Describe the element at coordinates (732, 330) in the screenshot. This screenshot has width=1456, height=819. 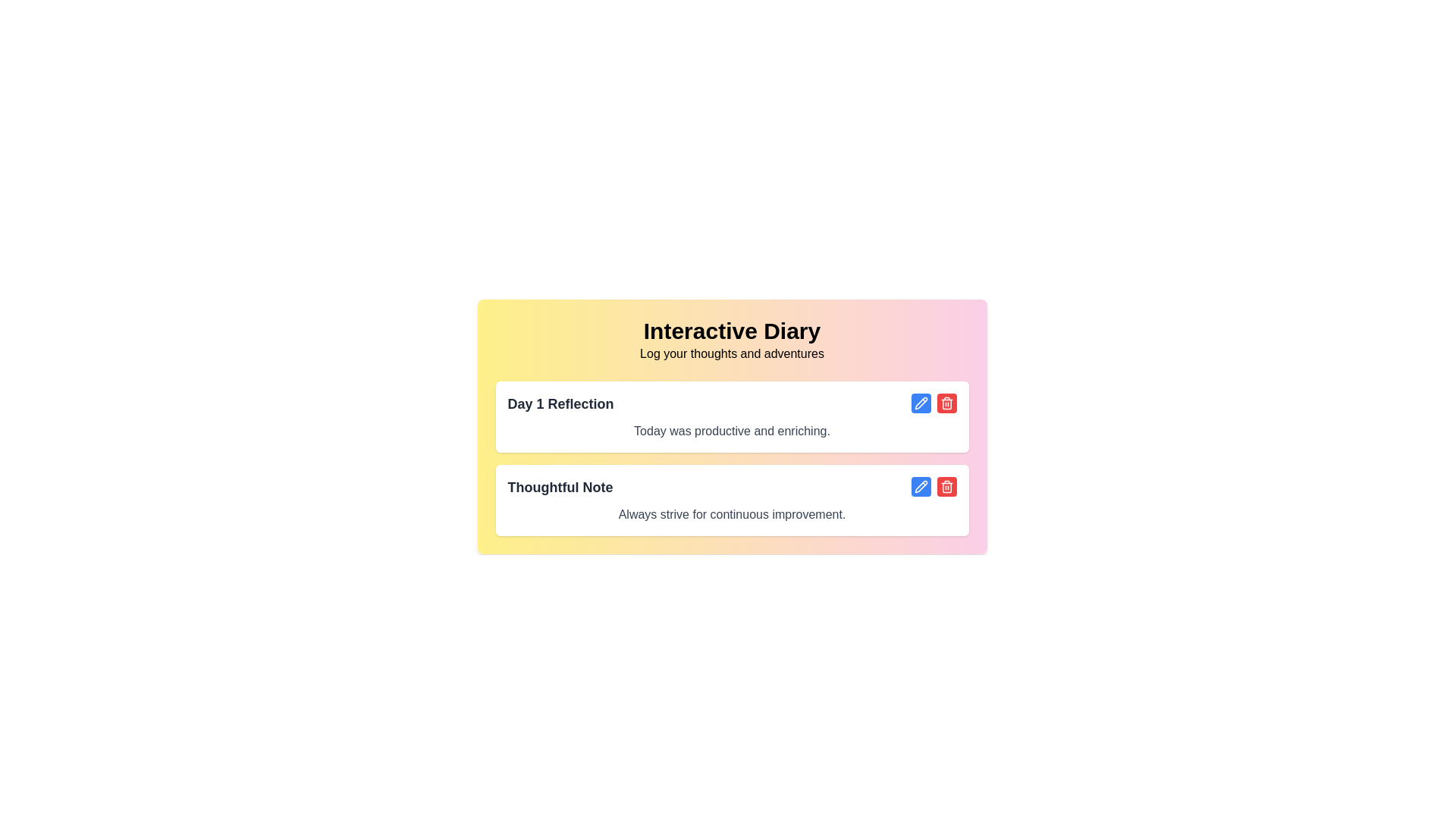
I see `the 'Interactive Diary' text label, which is prominently displayed in a bold and large font at the top of the content box with a yellow to pink gradient background` at that location.